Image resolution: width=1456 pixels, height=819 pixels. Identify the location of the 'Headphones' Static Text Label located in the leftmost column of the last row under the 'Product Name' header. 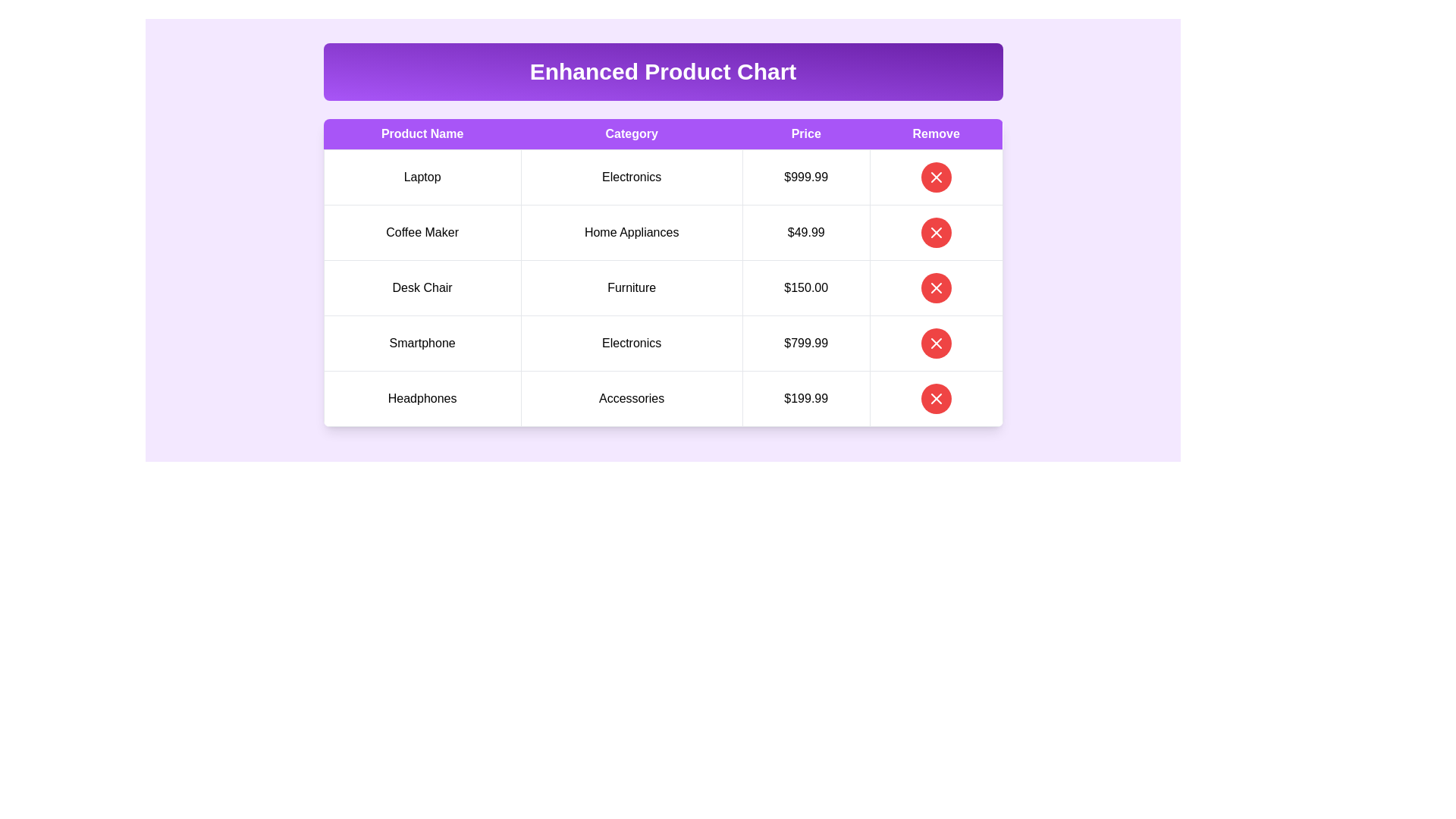
(422, 397).